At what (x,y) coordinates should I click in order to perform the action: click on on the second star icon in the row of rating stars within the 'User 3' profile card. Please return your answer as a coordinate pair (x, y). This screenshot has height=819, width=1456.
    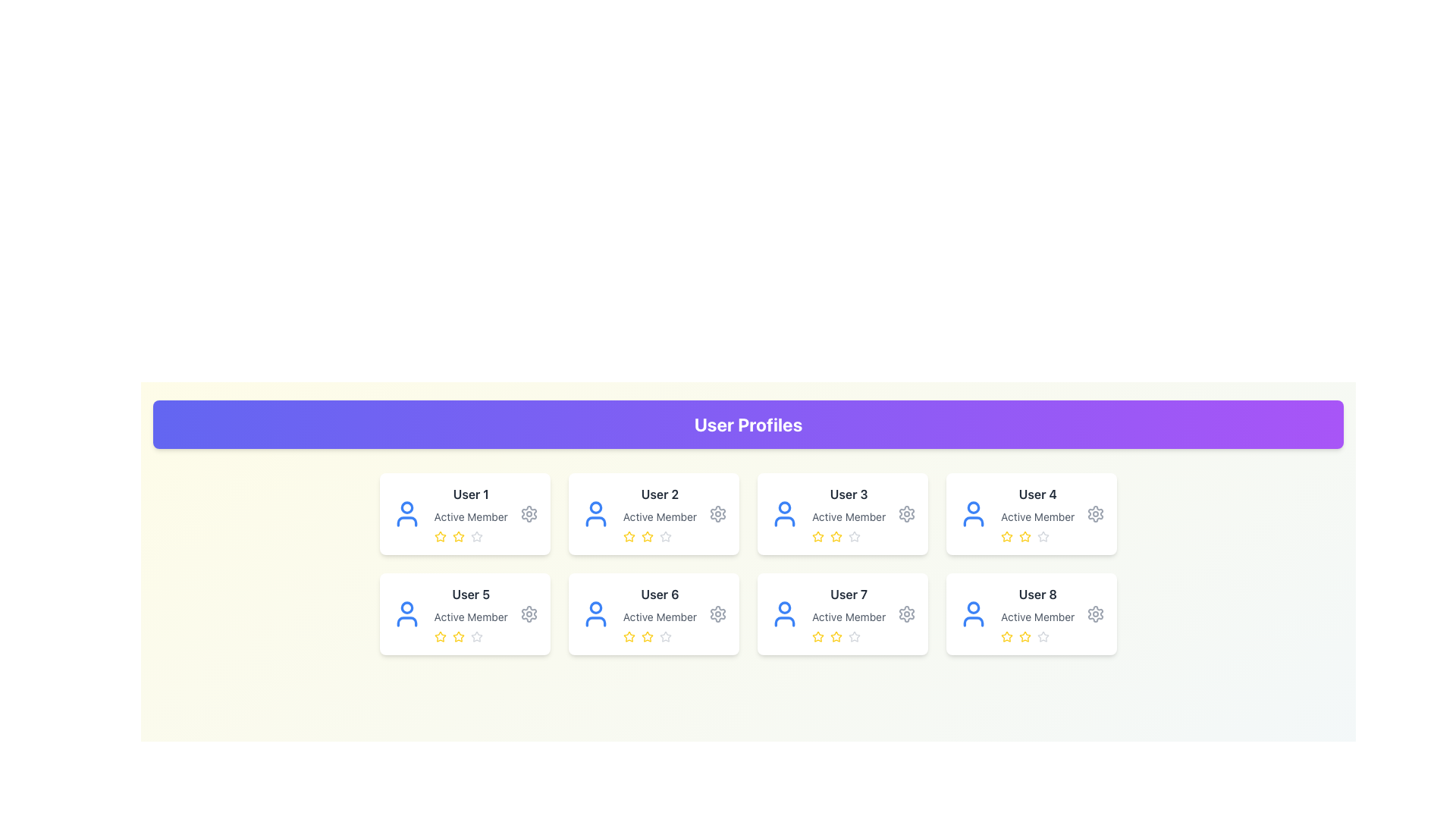
    Looking at the image, I should click on (848, 536).